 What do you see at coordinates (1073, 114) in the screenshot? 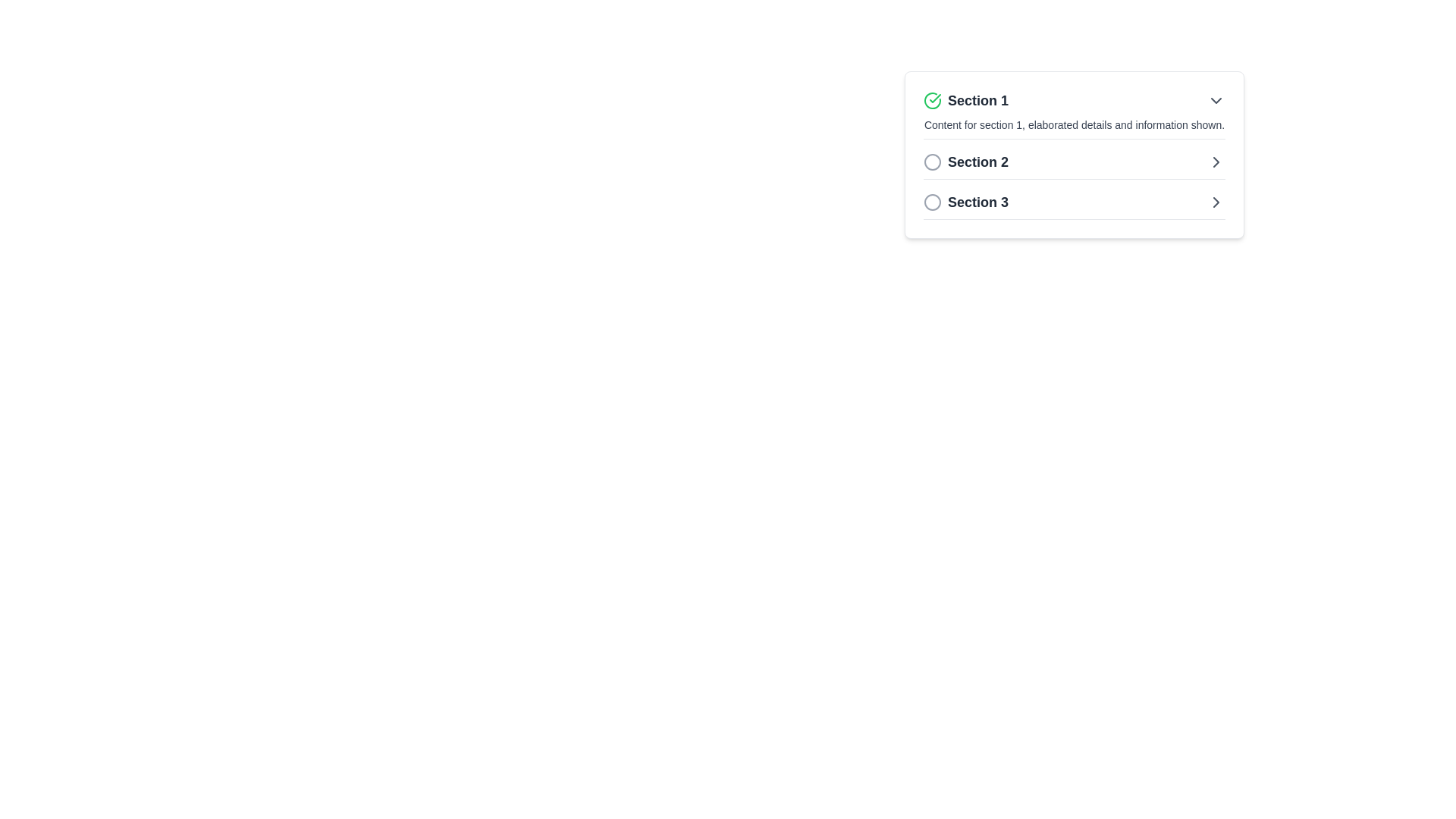
I see `the downward-facing arrow icon on the Collapsible Section Header titled 'Section 1'` at bounding box center [1073, 114].